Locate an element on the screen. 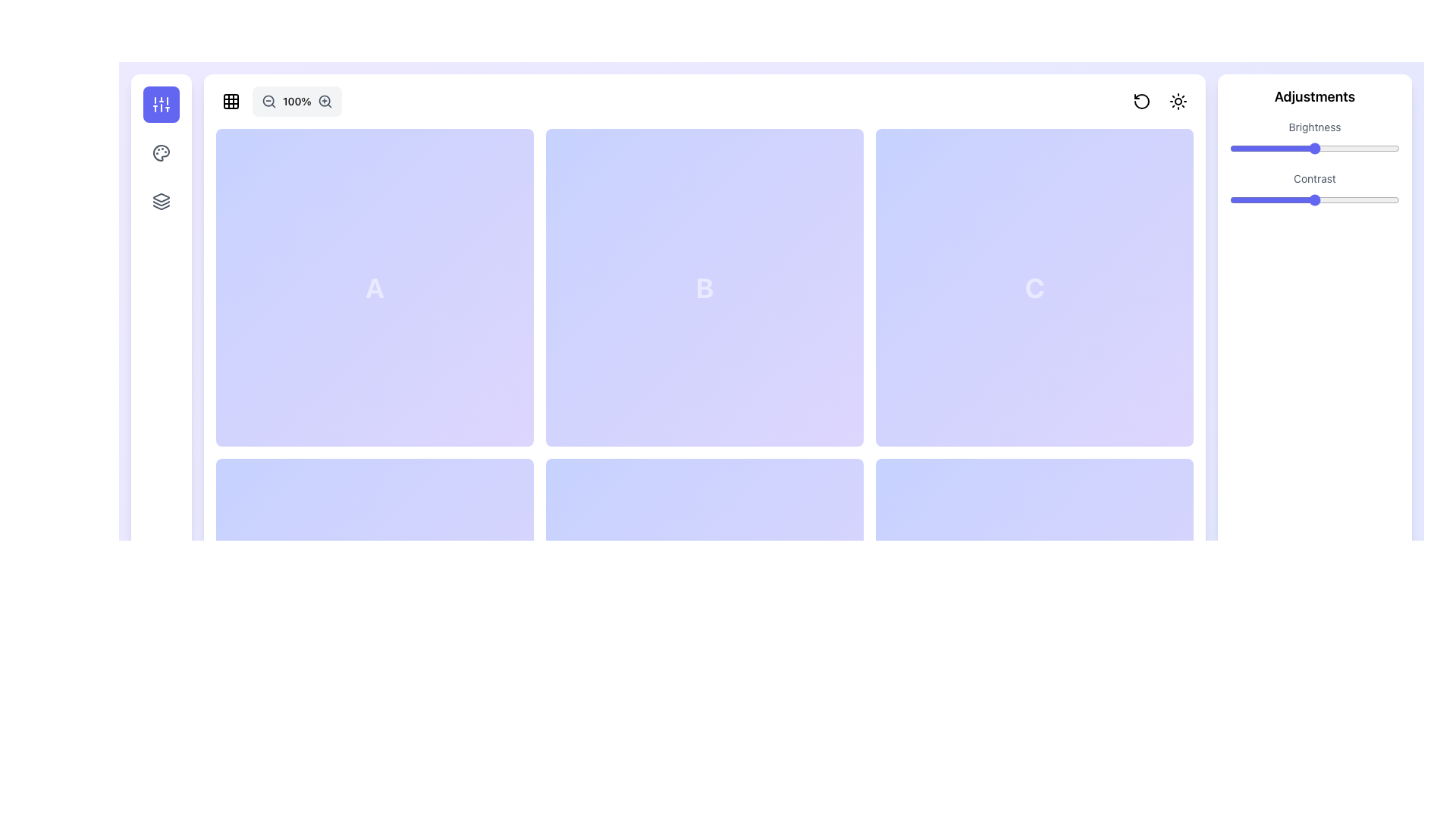  the first icon within the purple rectangular button in the vertically aligned toolbar is located at coordinates (161, 104).